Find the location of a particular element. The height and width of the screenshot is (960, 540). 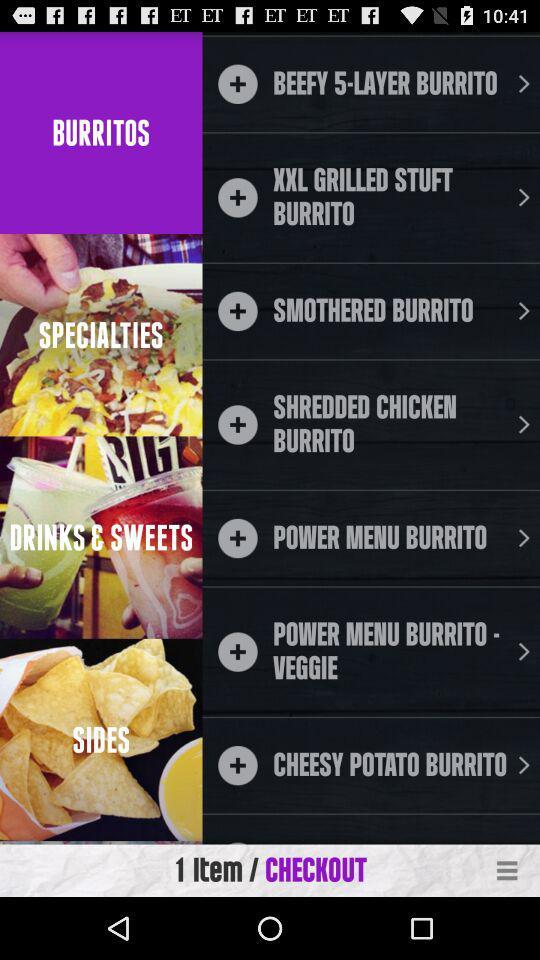

the menu icon is located at coordinates (507, 931).